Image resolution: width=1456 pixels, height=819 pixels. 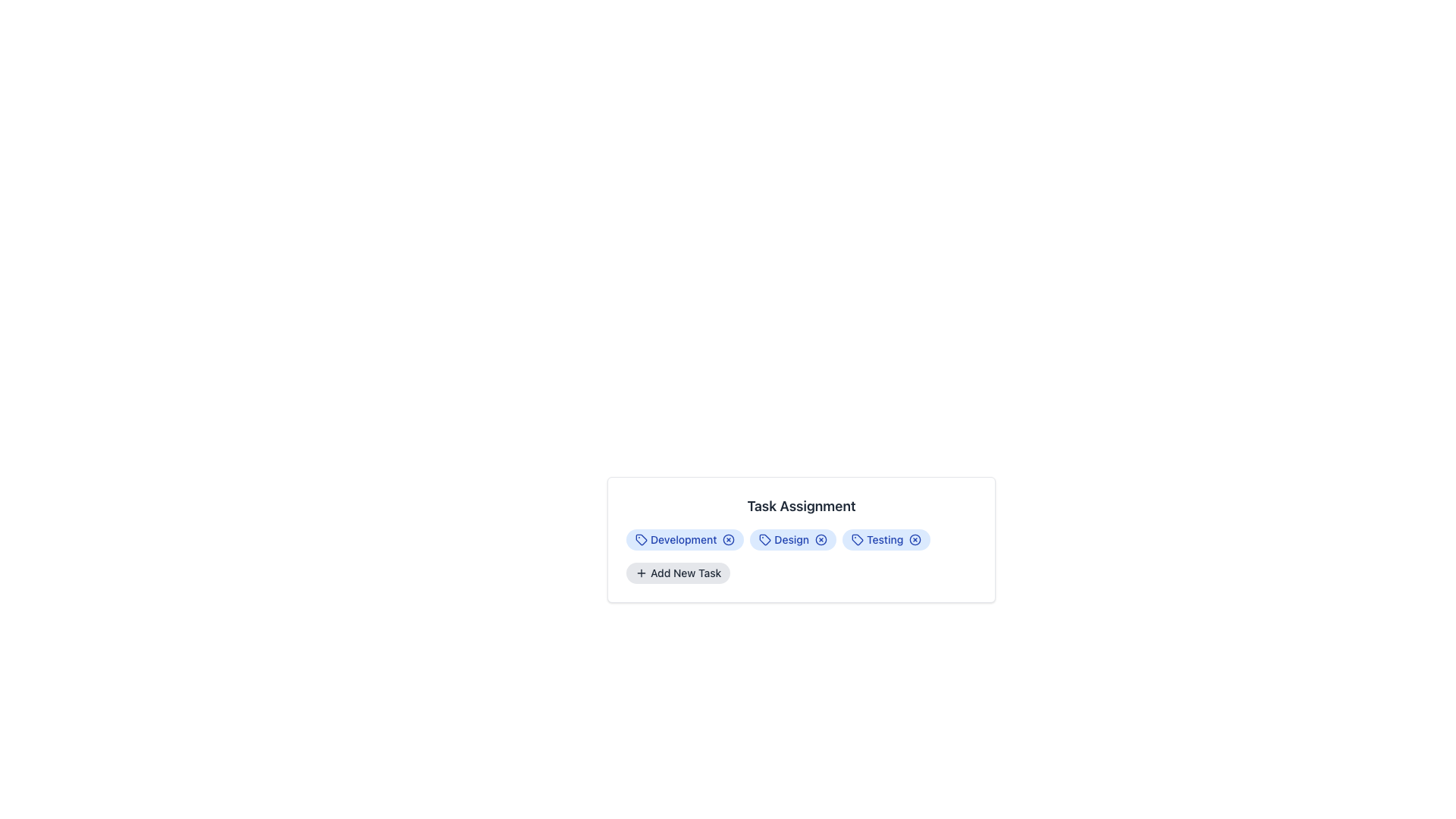 What do you see at coordinates (800, 539) in the screenshot?
I see `the tag group component containing the tags 'Development', 'Design', and 'Testing'` at bounding box center [800, 539].